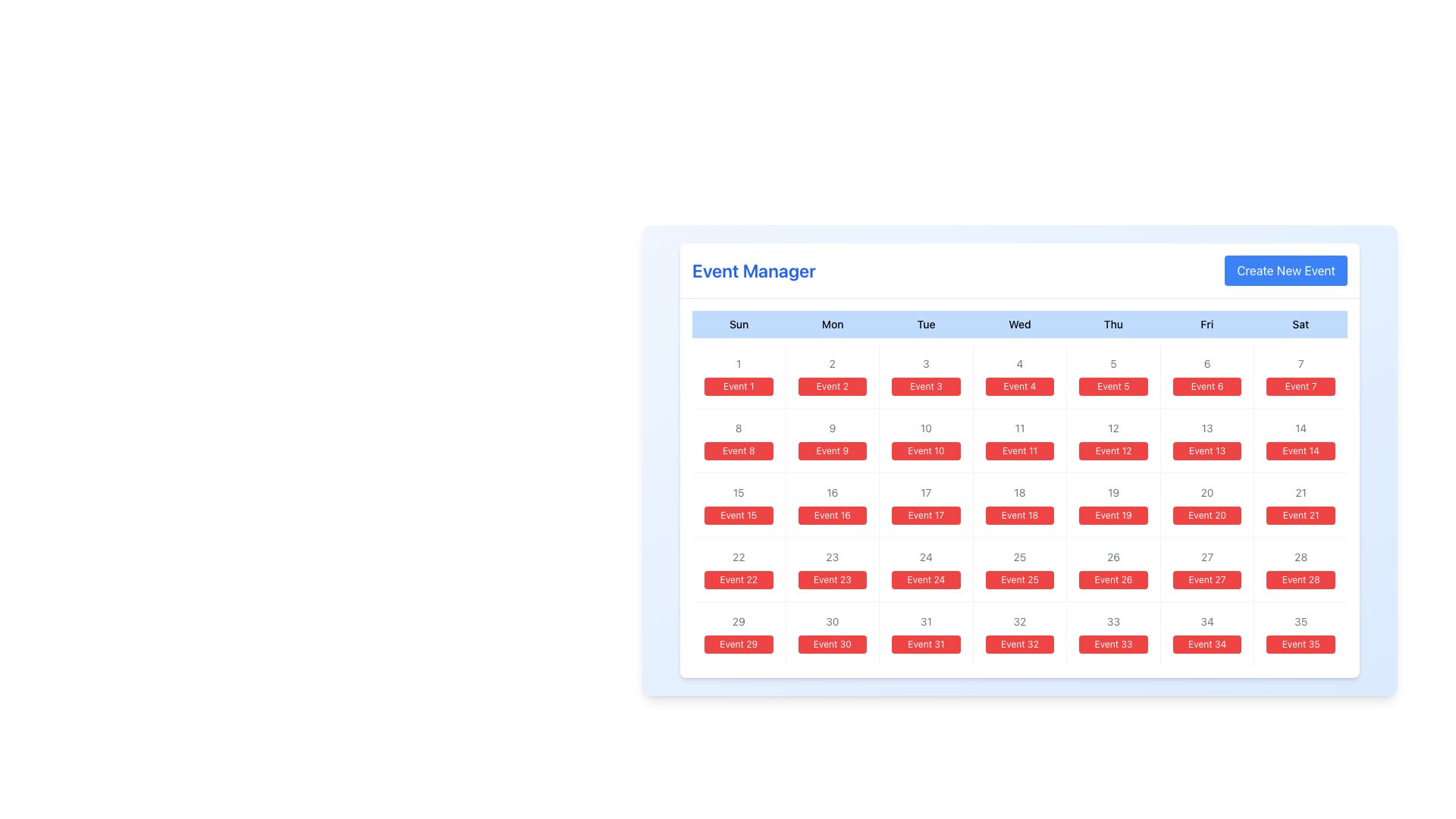 The image size is (1456, 819). What do you see at coordinates (1300, 514) in the screenshot?
I see `the Badge representing the event scheduled for the 21st day of the month, located in the Saturday column of the calendar grid` at bounding box center [1300, 514].